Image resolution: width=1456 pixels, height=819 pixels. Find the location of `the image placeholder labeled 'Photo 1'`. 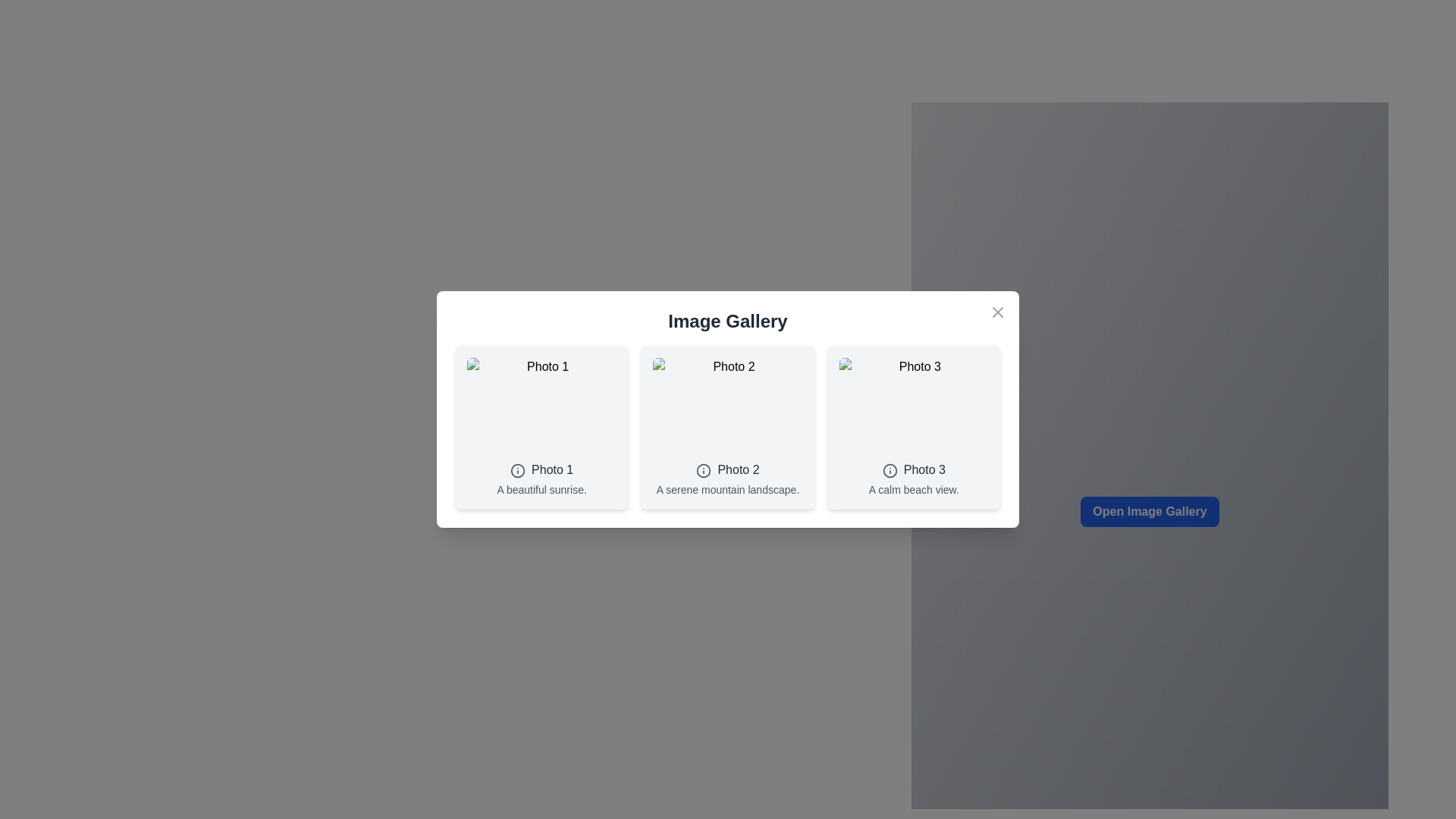

the image placeholder labeled 'Photo 1' is located at coordinates (541, 406).